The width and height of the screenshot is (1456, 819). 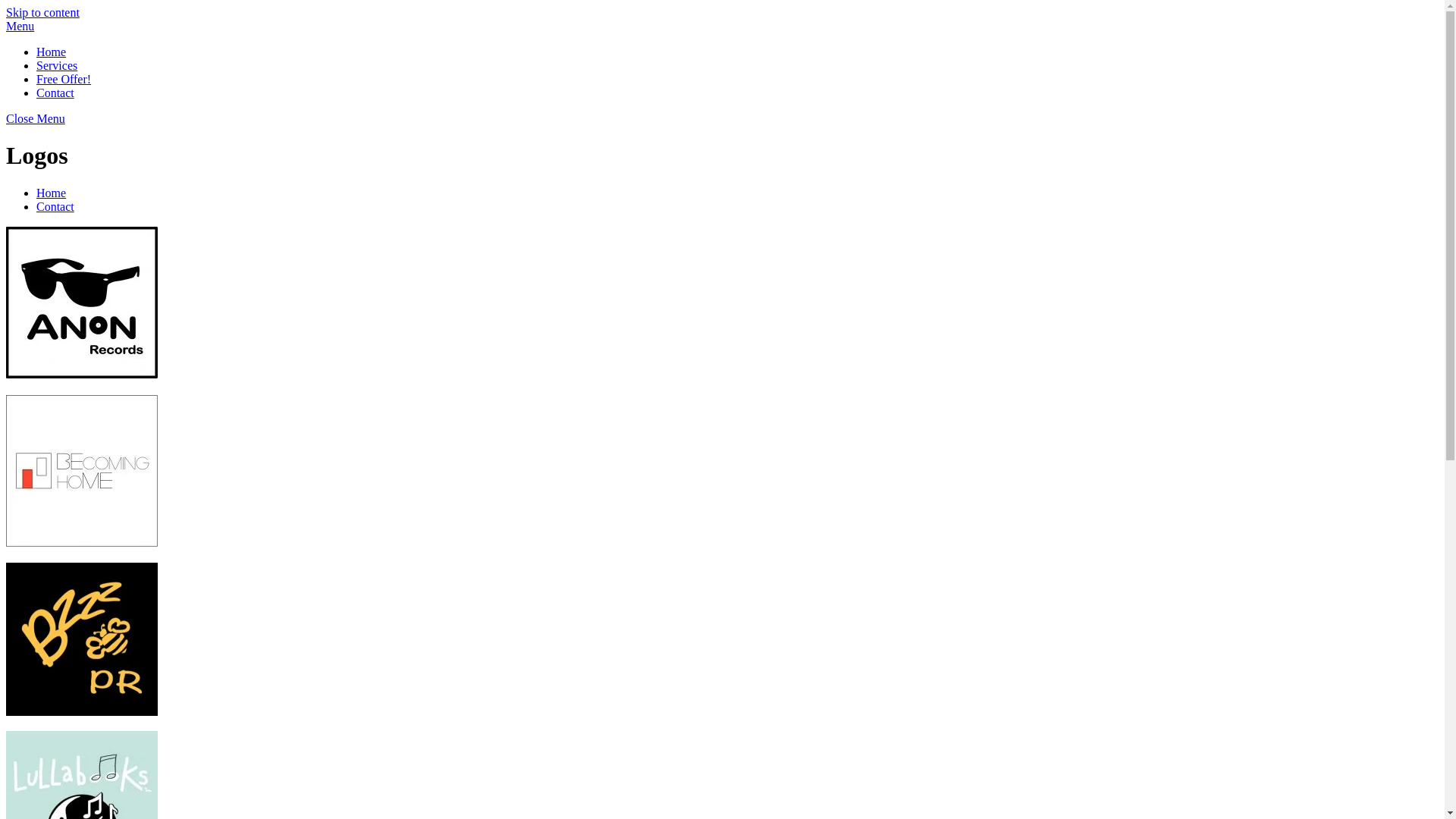 What do you see at coordinates (51, 192) in the screenshot?
I see `'Home'` at bounding box center [51, 192].